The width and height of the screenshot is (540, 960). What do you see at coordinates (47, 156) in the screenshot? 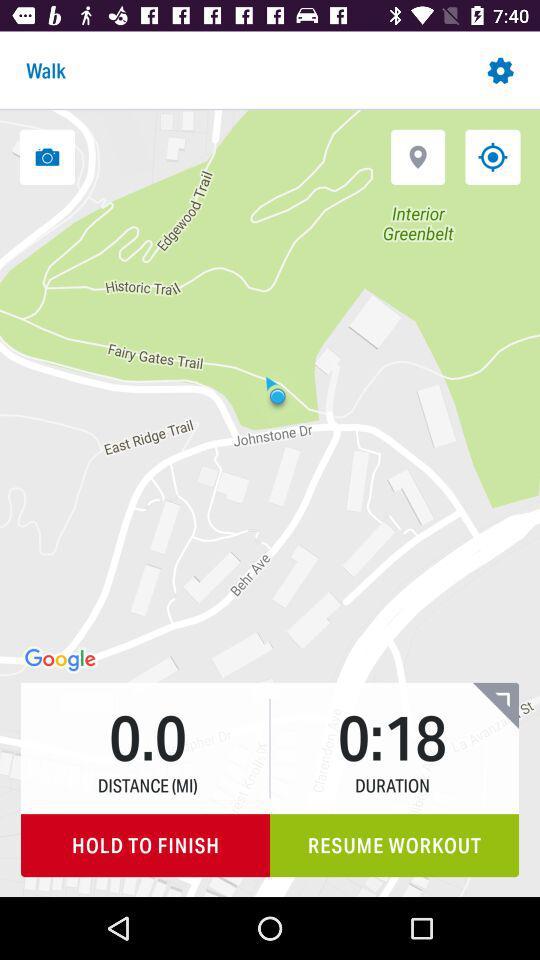
I see `screenshot` at bounding box center [47, 156].